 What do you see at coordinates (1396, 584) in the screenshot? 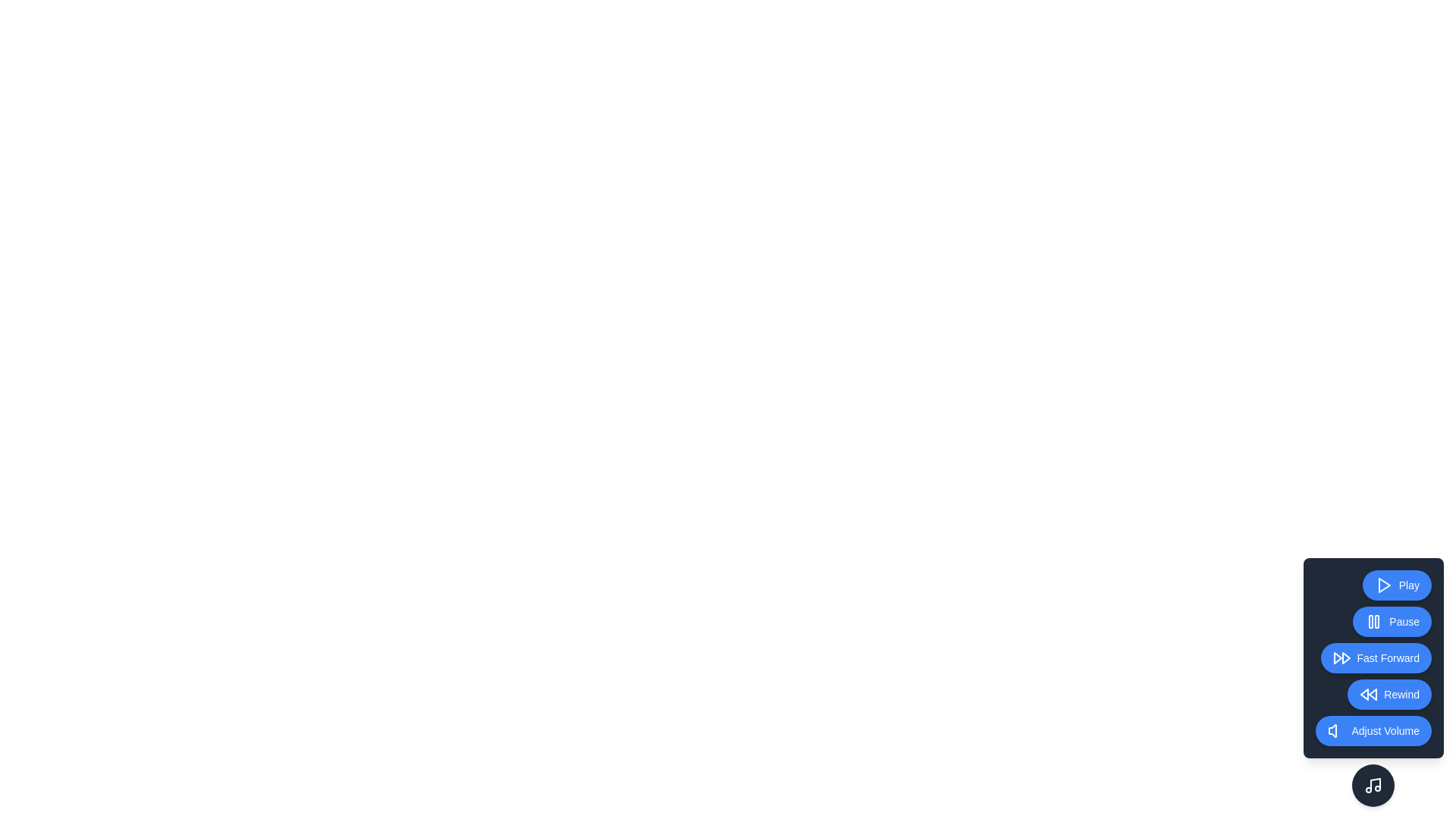
I see `the Play button to activate the corresponding playback control` at bounding box center [1396, 584].